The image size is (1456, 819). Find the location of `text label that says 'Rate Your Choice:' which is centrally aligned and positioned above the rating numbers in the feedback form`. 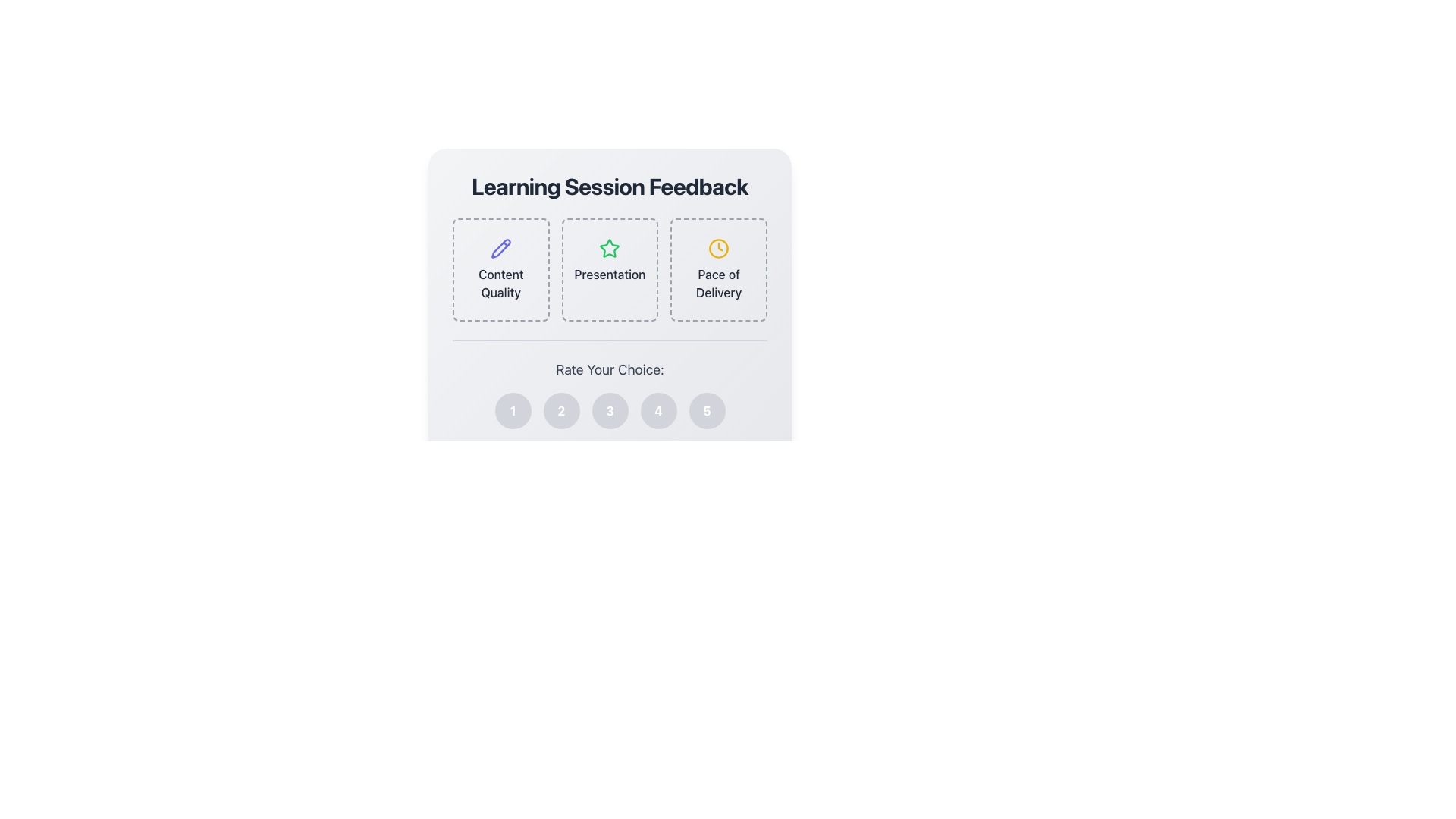

text label that says 'Rate Your Choice:' which is centrally aligned and positioned above the rating numbers in the feedback form is located at coordinates (610, 370).